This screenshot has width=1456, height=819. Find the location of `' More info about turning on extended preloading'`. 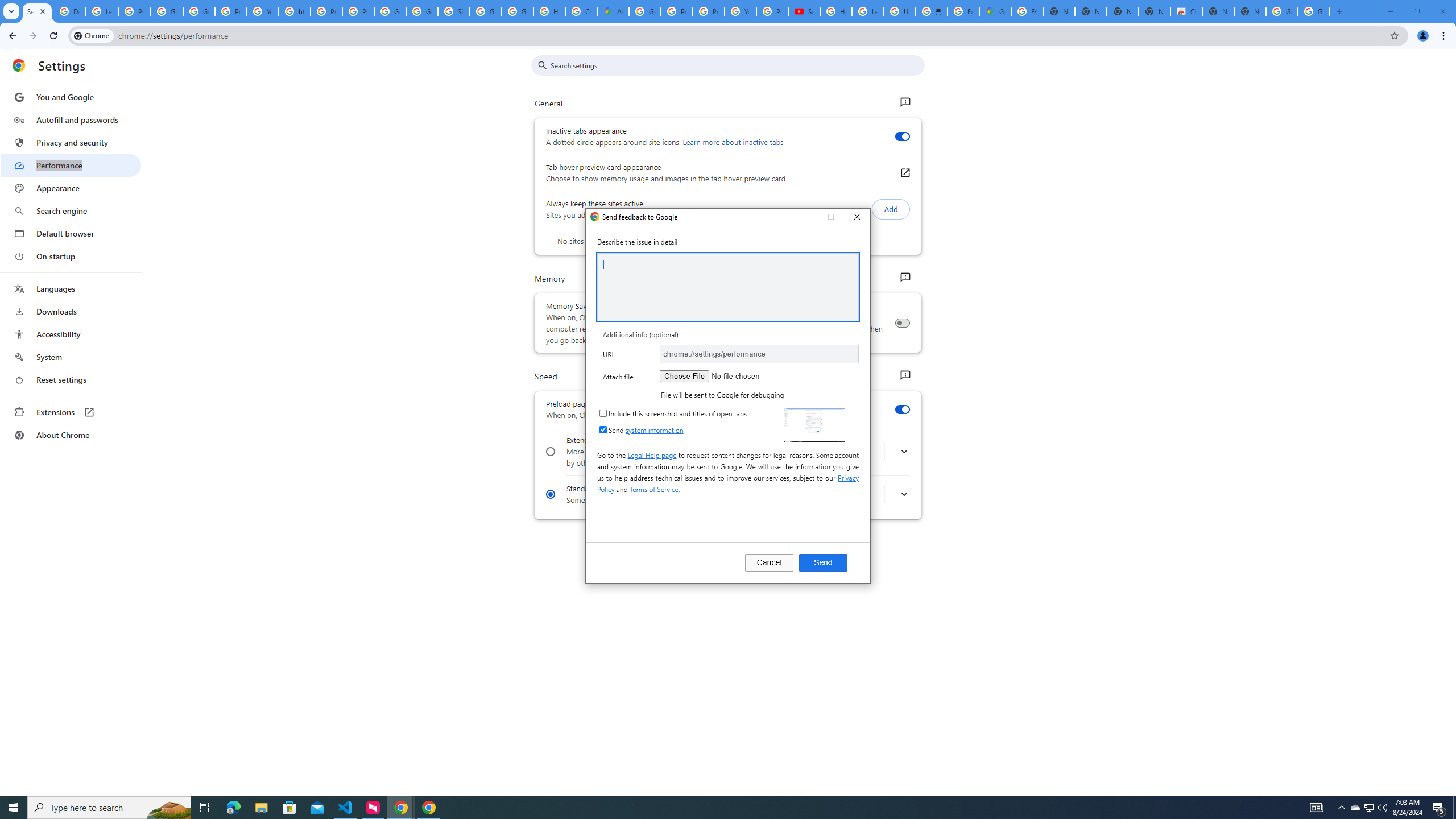

' More info about turning on extended preloading' is located at coordinates (904, 451).